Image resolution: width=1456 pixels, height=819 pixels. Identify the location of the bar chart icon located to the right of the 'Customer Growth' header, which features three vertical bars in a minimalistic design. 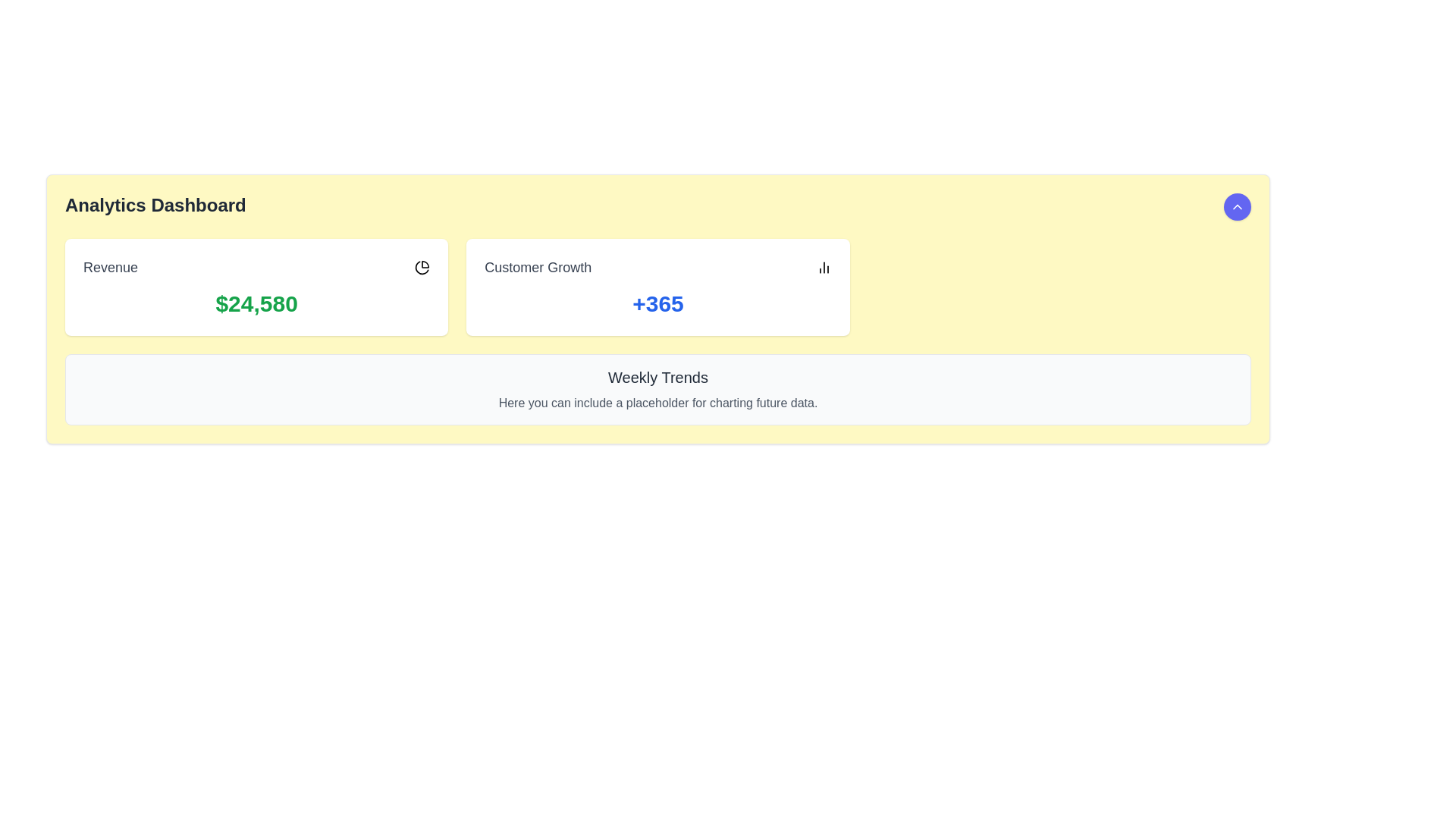
(823, 267).